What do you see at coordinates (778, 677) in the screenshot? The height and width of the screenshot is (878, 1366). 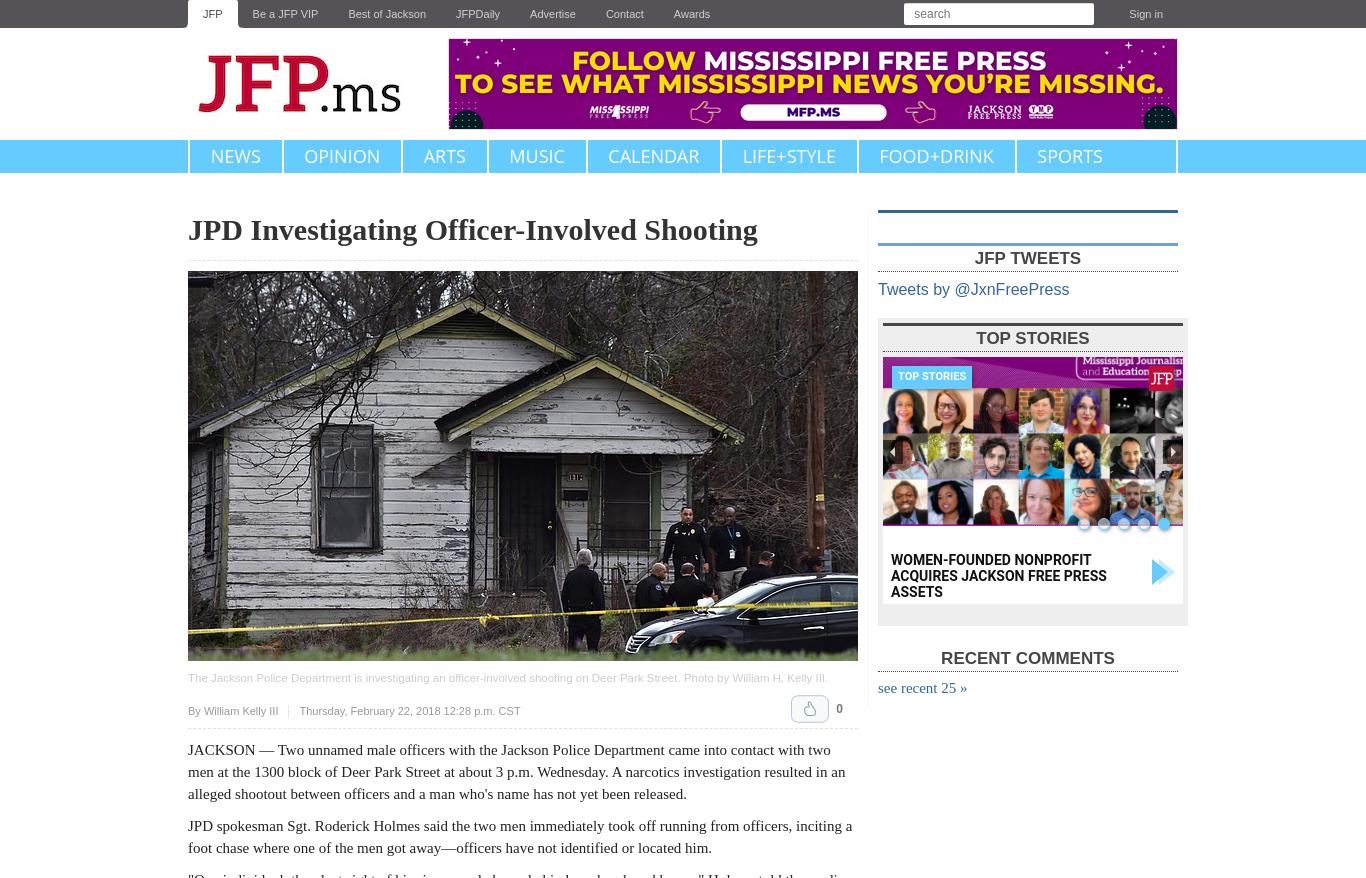 I see `'William H. Kelly III'` at bounding box center [778, 677].